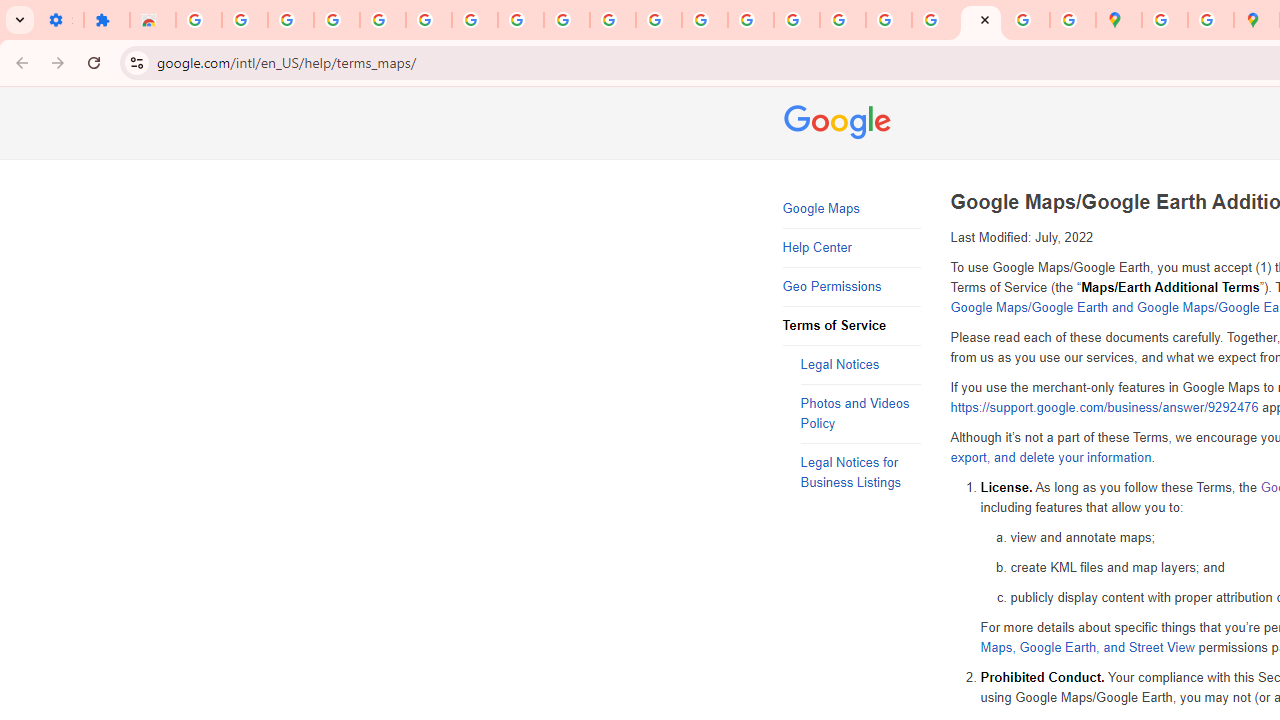 This screenshot has width=1280, height=720. I want to click on 'Google Maps', so click(851, 209).